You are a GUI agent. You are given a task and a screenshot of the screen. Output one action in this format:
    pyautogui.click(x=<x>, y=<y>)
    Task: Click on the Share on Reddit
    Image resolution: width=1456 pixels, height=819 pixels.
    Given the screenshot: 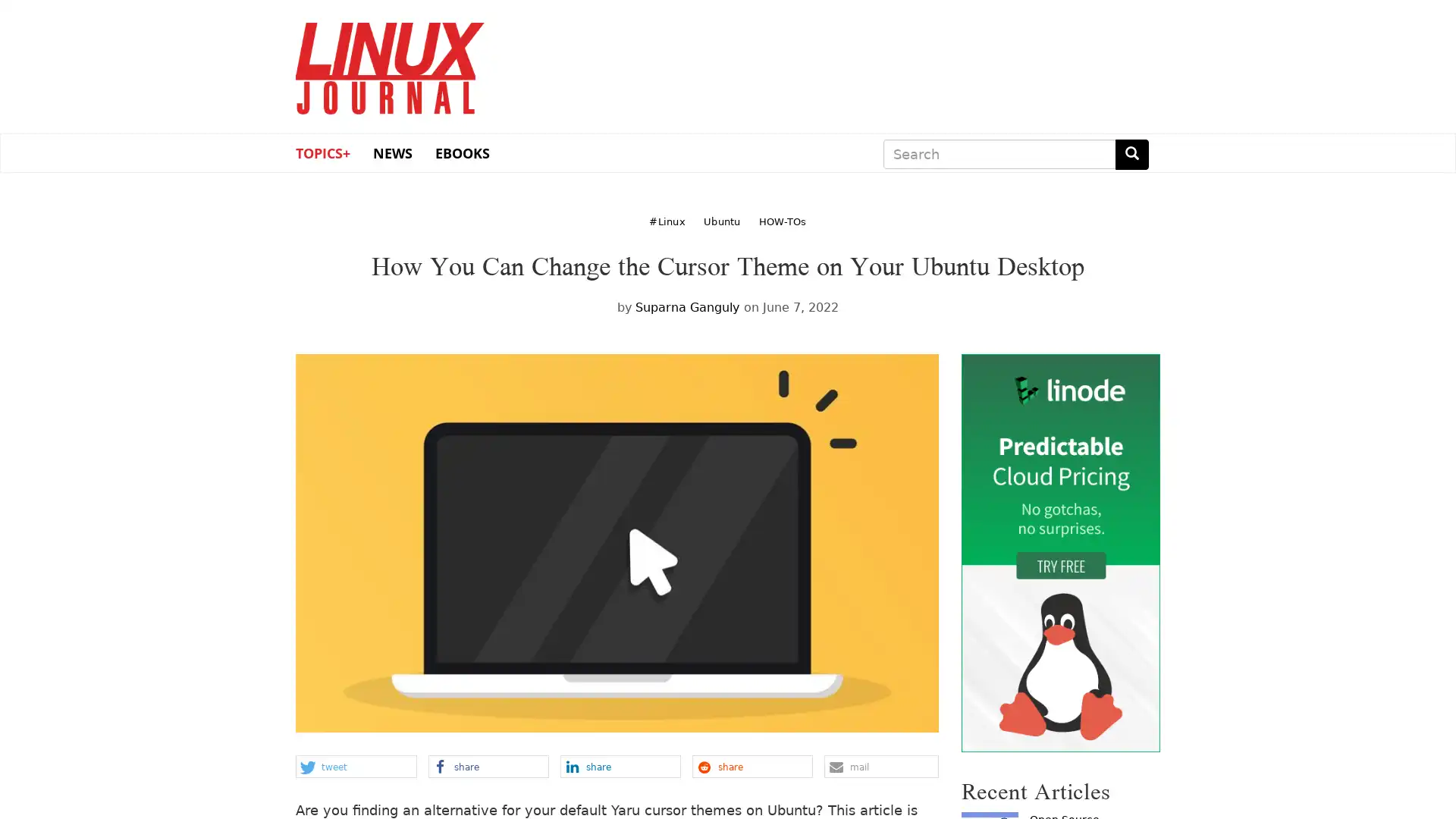 What is the action you would take?
    pyautogui.click(x=752, y=766)
    